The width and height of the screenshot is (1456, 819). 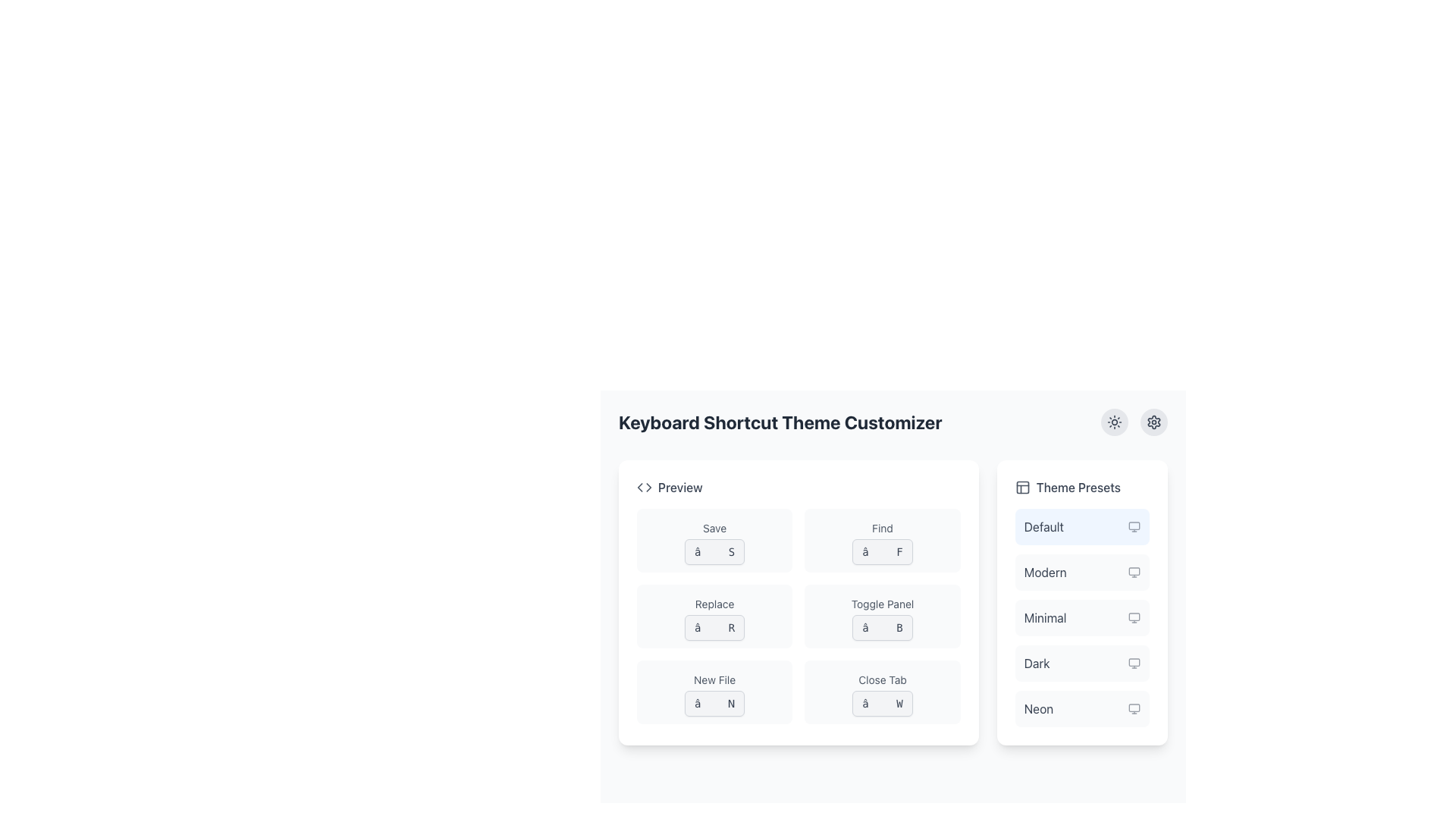 What do you see at coordinates (1044, 573) in the screenshot?
I see `text of the label displaying 'modern', which is the second item in the vertical list of theme options under the 'Theme Presets' heading` at bounding box center [1044, 573].